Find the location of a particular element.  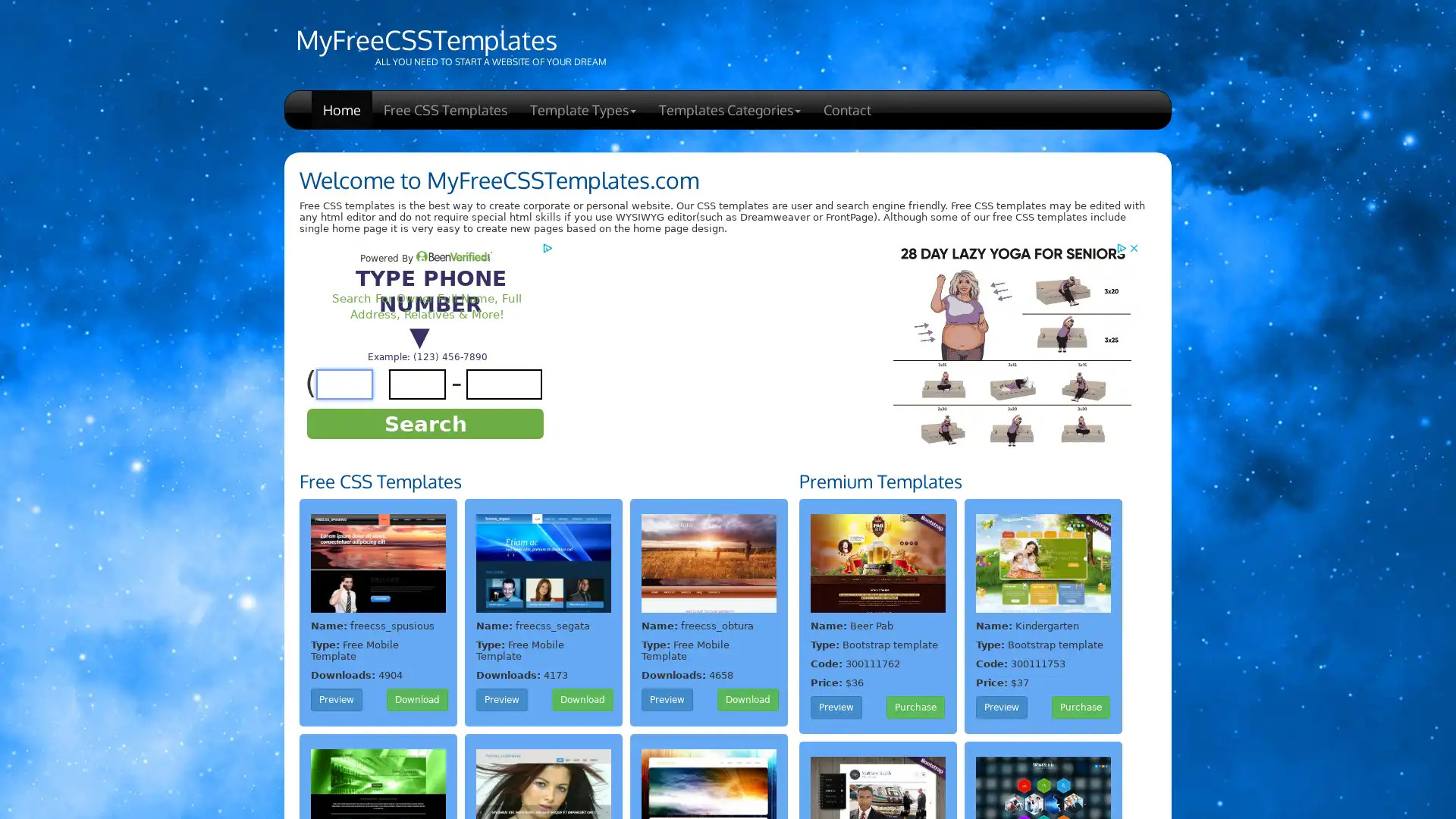

Preview is located at coordinates (502, 699).